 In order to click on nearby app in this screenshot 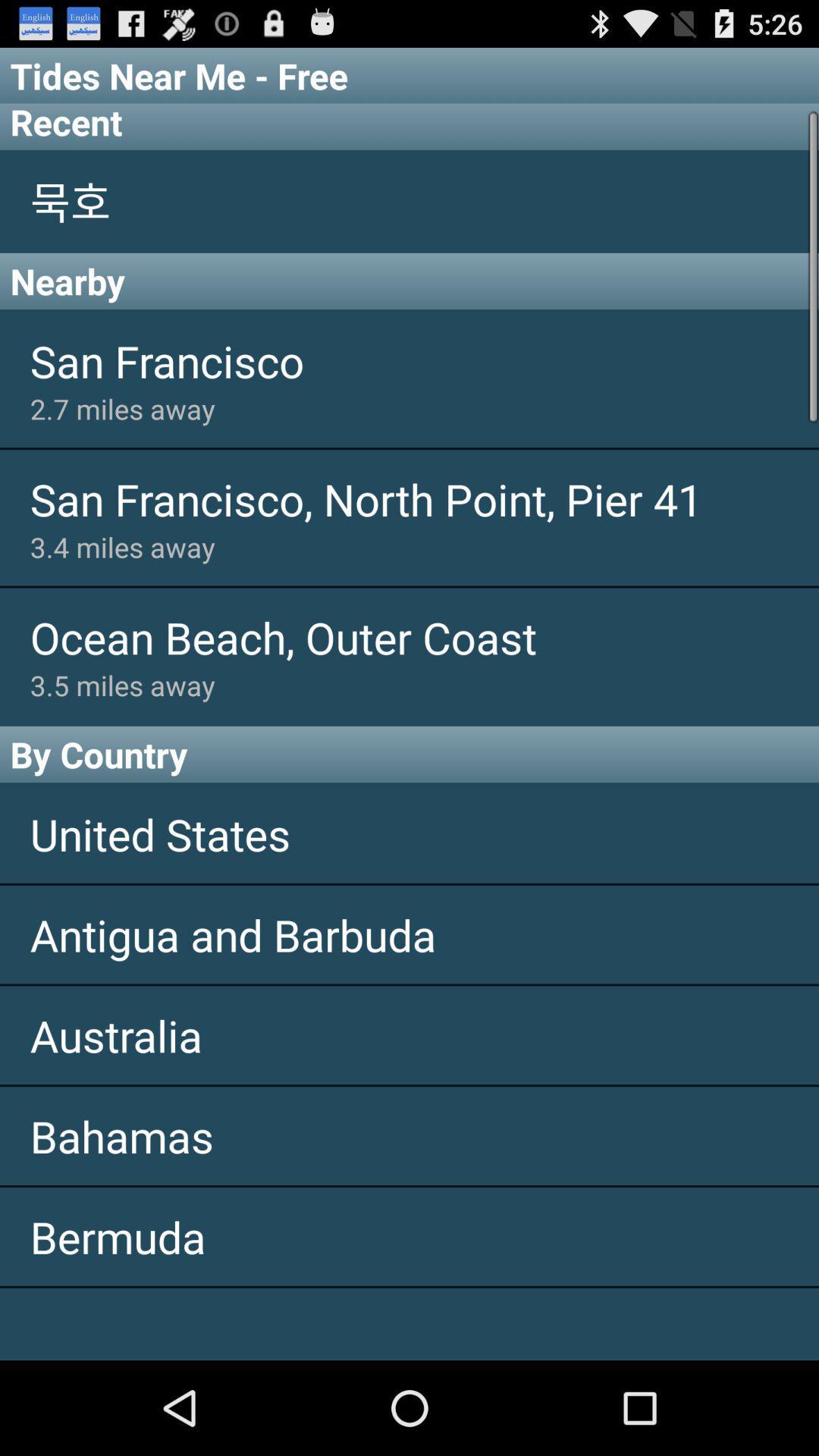, I will do `click(409, 281)`.